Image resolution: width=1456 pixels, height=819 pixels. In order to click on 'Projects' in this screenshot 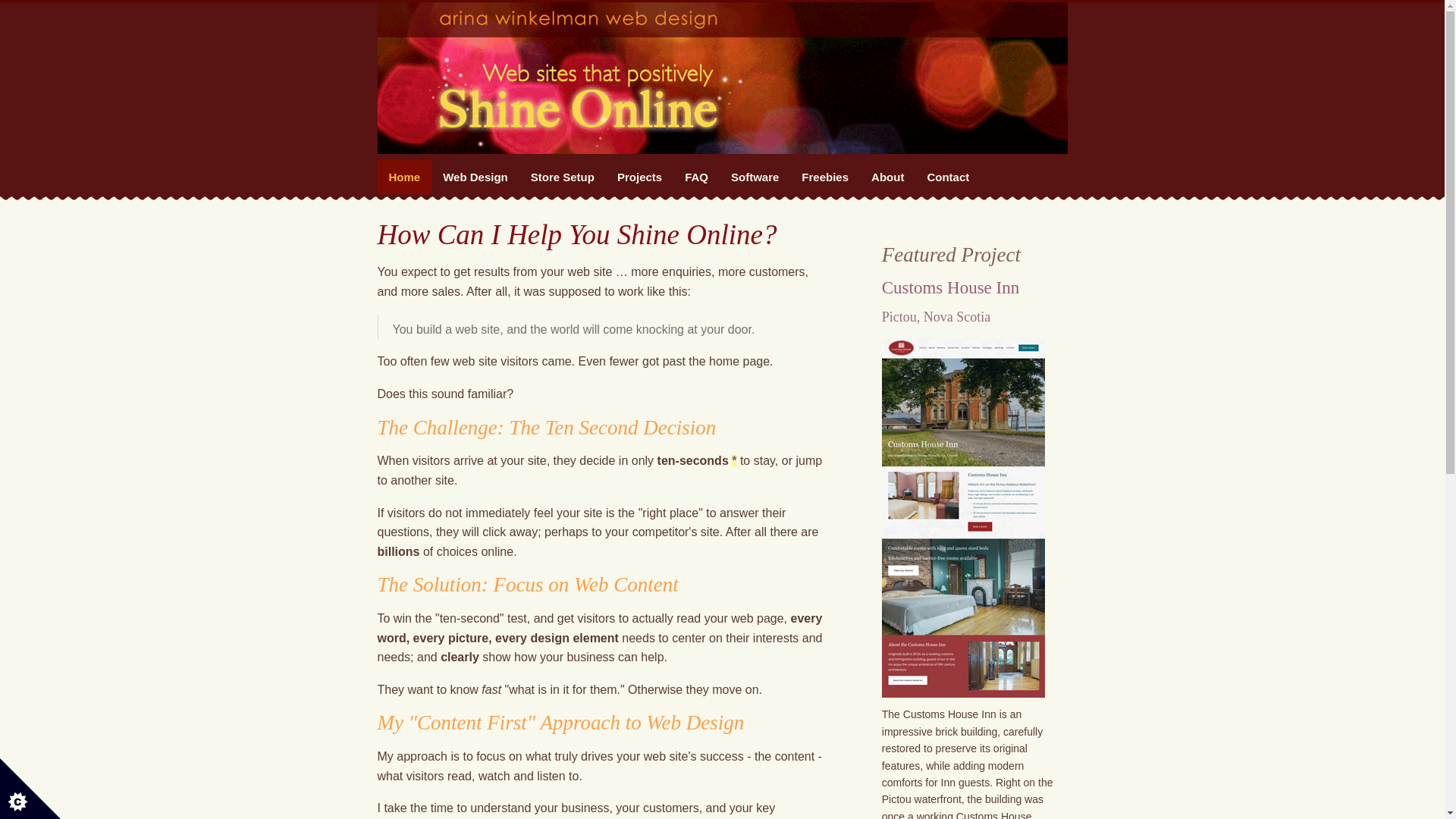, I will do `click(639, 176)`.